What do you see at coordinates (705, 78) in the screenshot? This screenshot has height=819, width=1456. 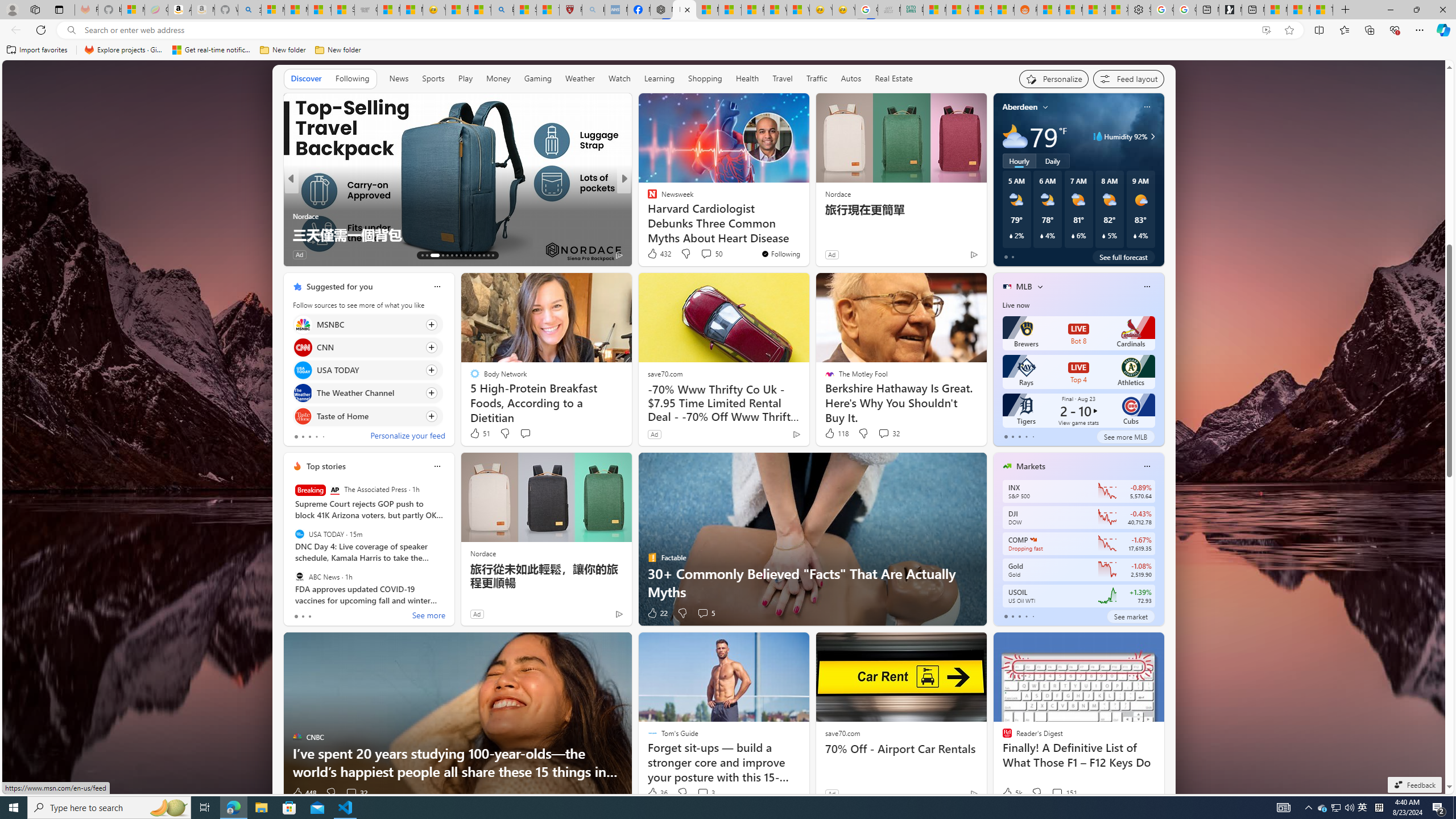 I see `'Shopping'` at bounding box center [705, 78].